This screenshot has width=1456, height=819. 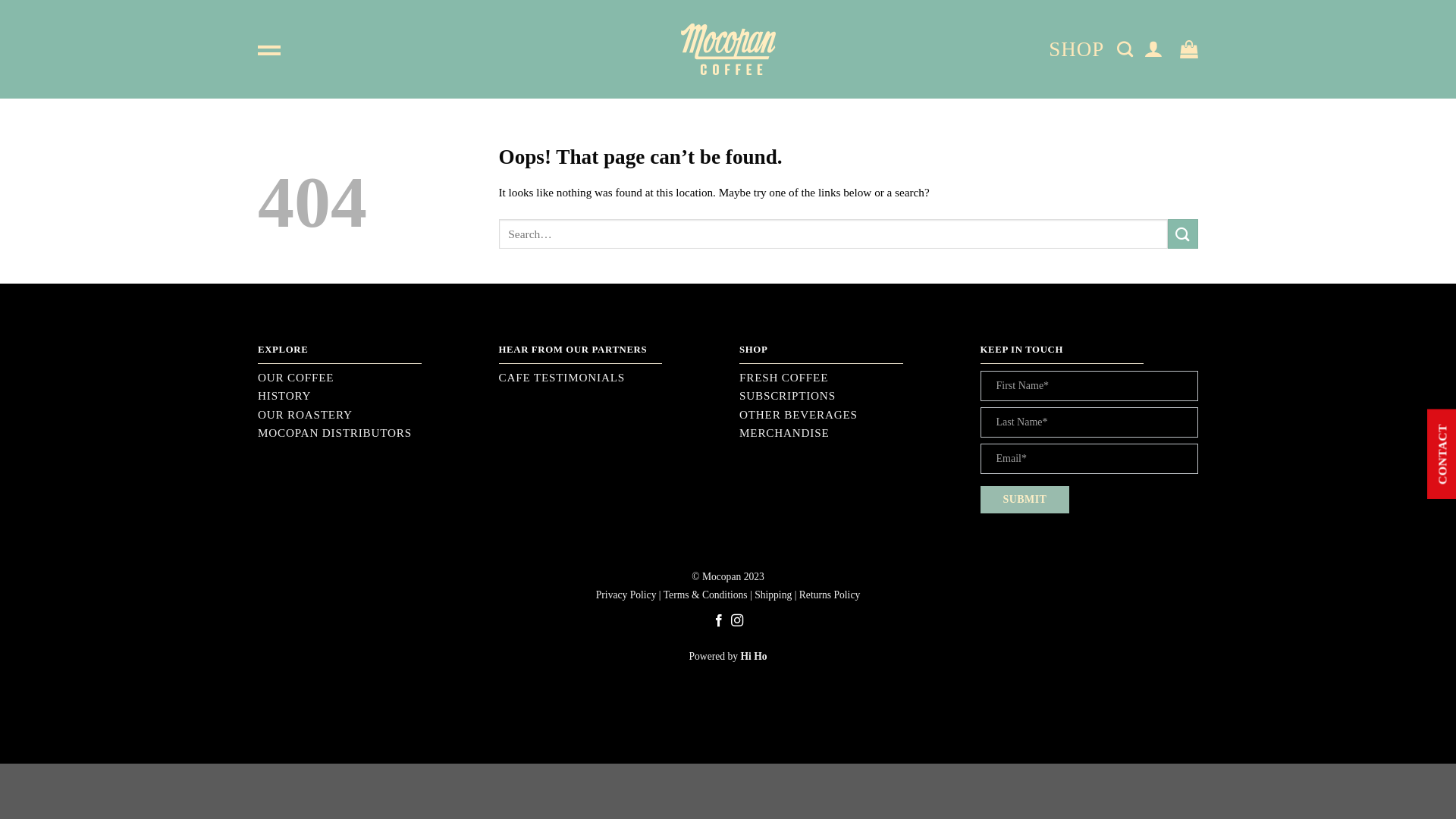 I want to click on 'Cart', so click(x=1188, y=49).